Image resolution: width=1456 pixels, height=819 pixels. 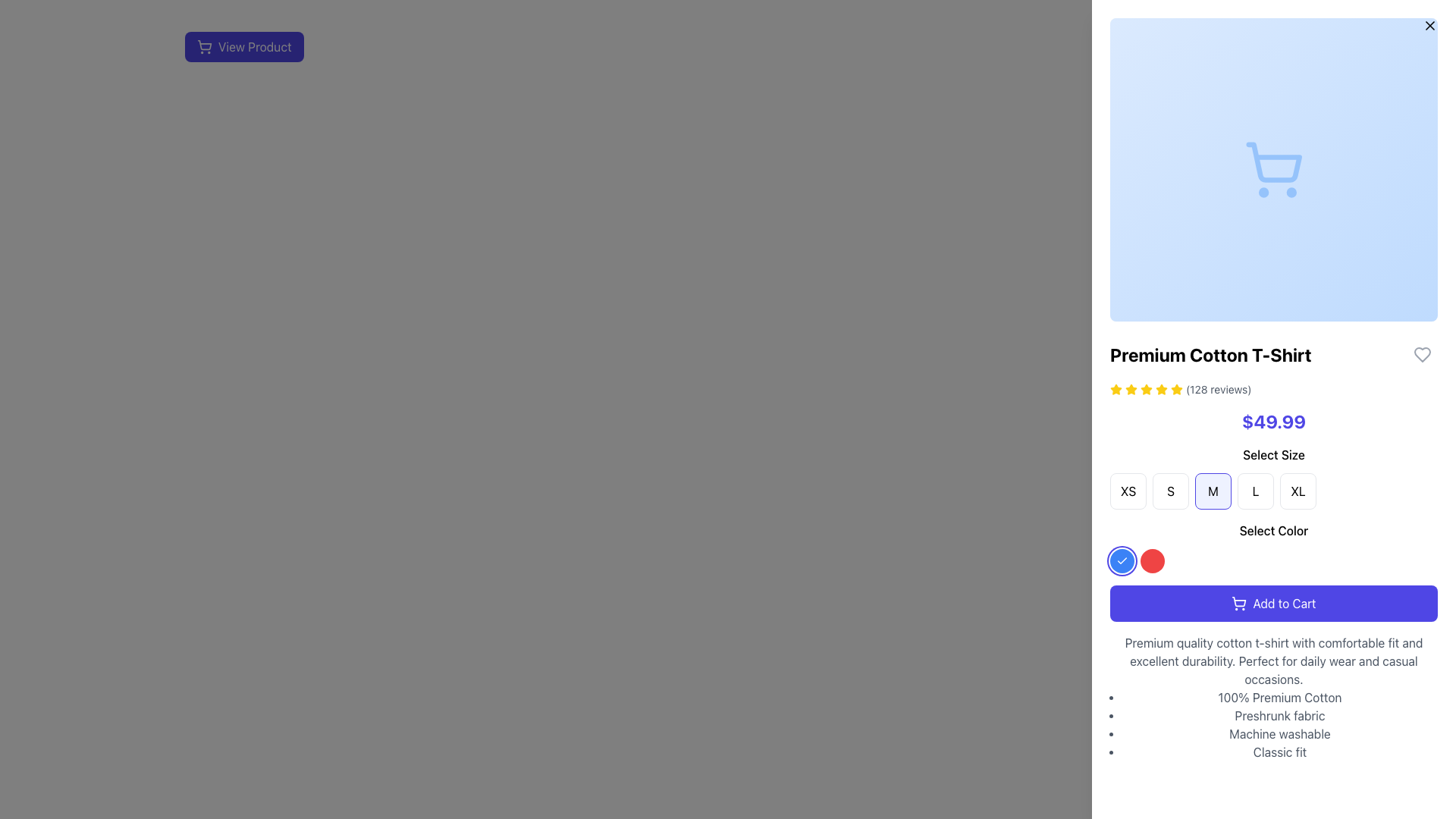 What do you see at coordinates (1128, 491) in the screenshot?
I see `the 'XS' size button, which is a small, square button with rounded corners displaying the text 'XS' in bold black font and located at the beginning of the size selection row` at bounding box center [1128, 491].